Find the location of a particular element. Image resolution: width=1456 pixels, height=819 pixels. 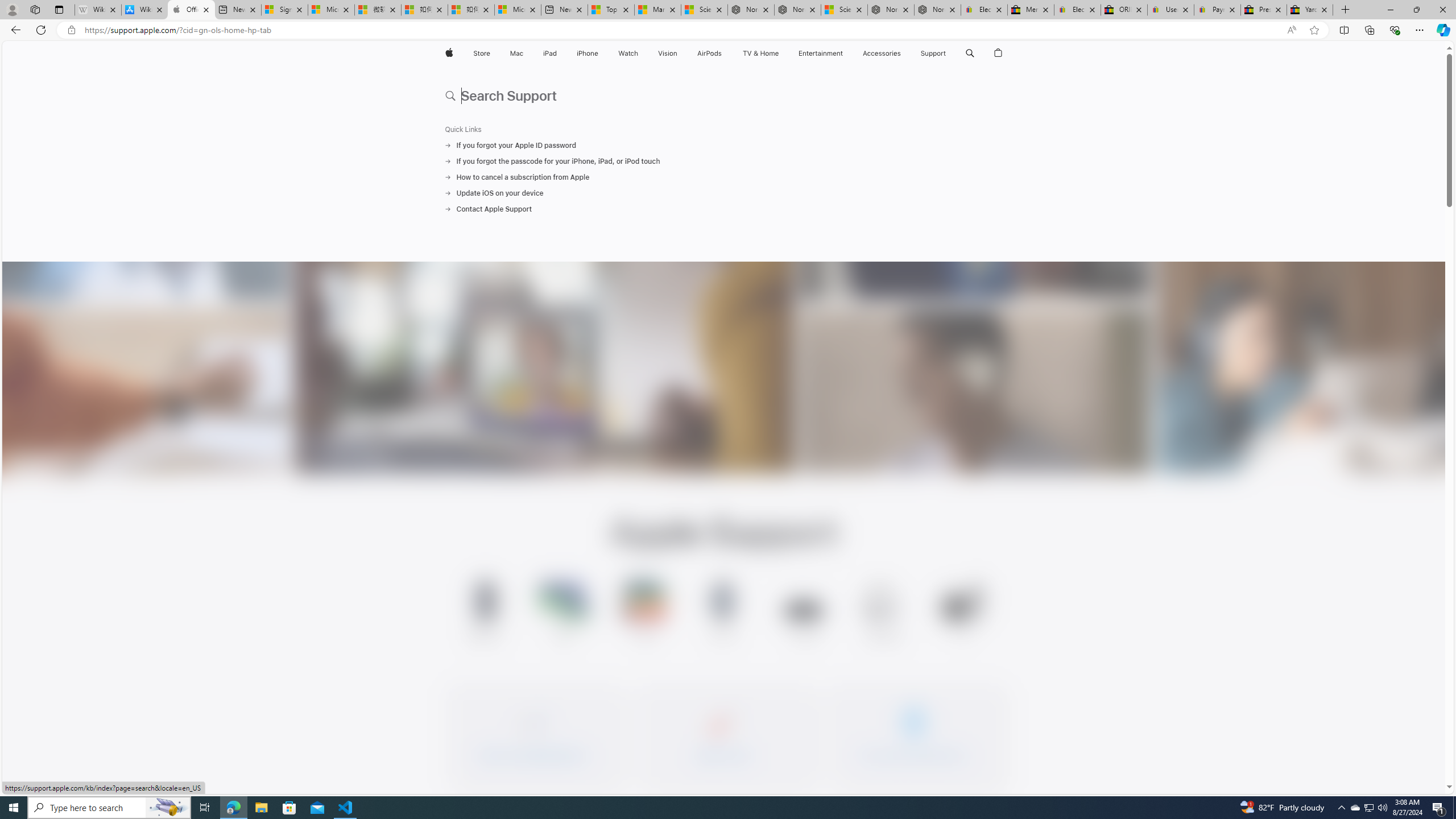

'iPhone menu' is located at coordinates (600, 53).